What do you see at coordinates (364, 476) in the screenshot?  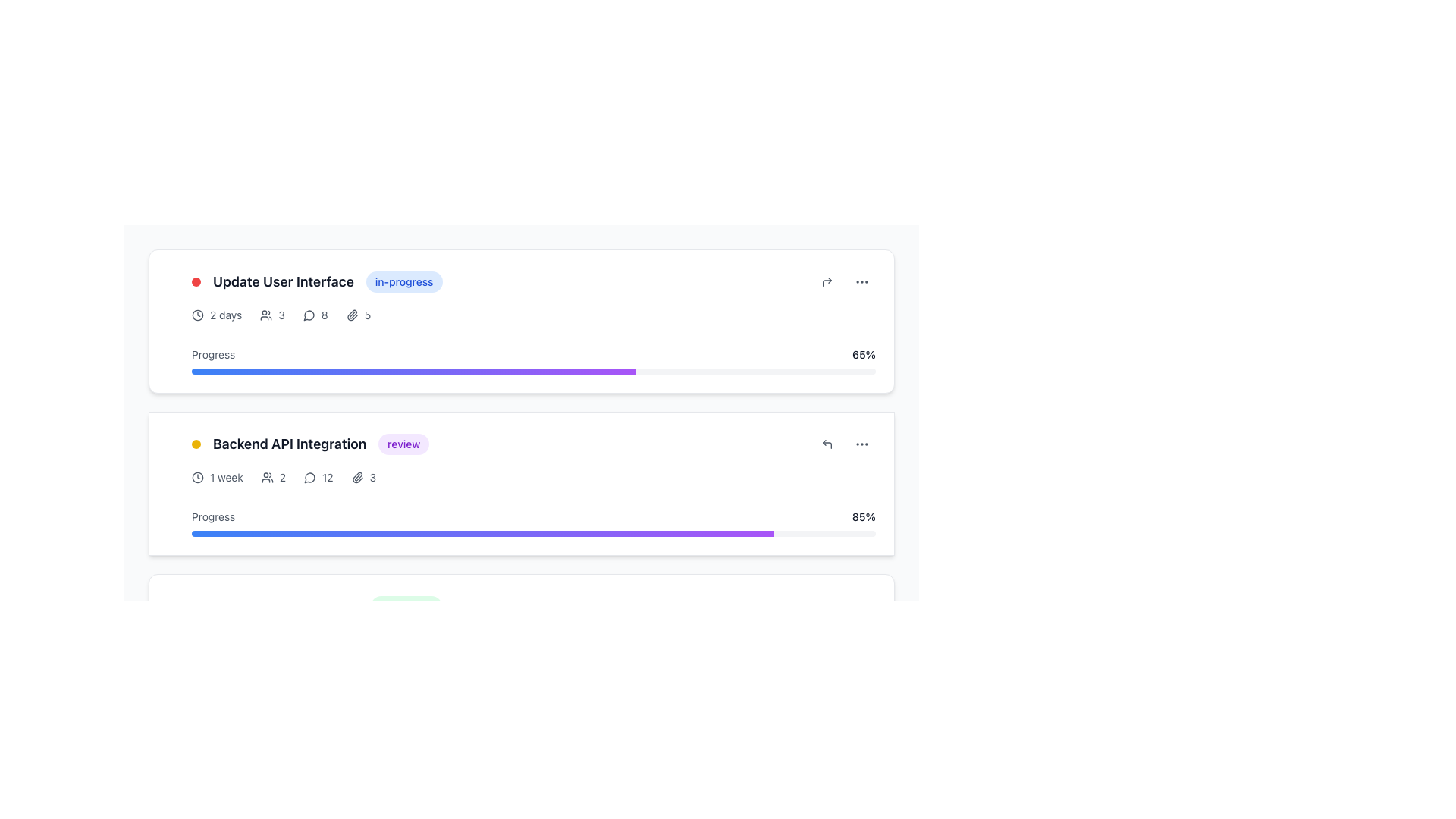 I see `the paperclip icon in the Attachment count indicator` at bounding box center [364, 476].